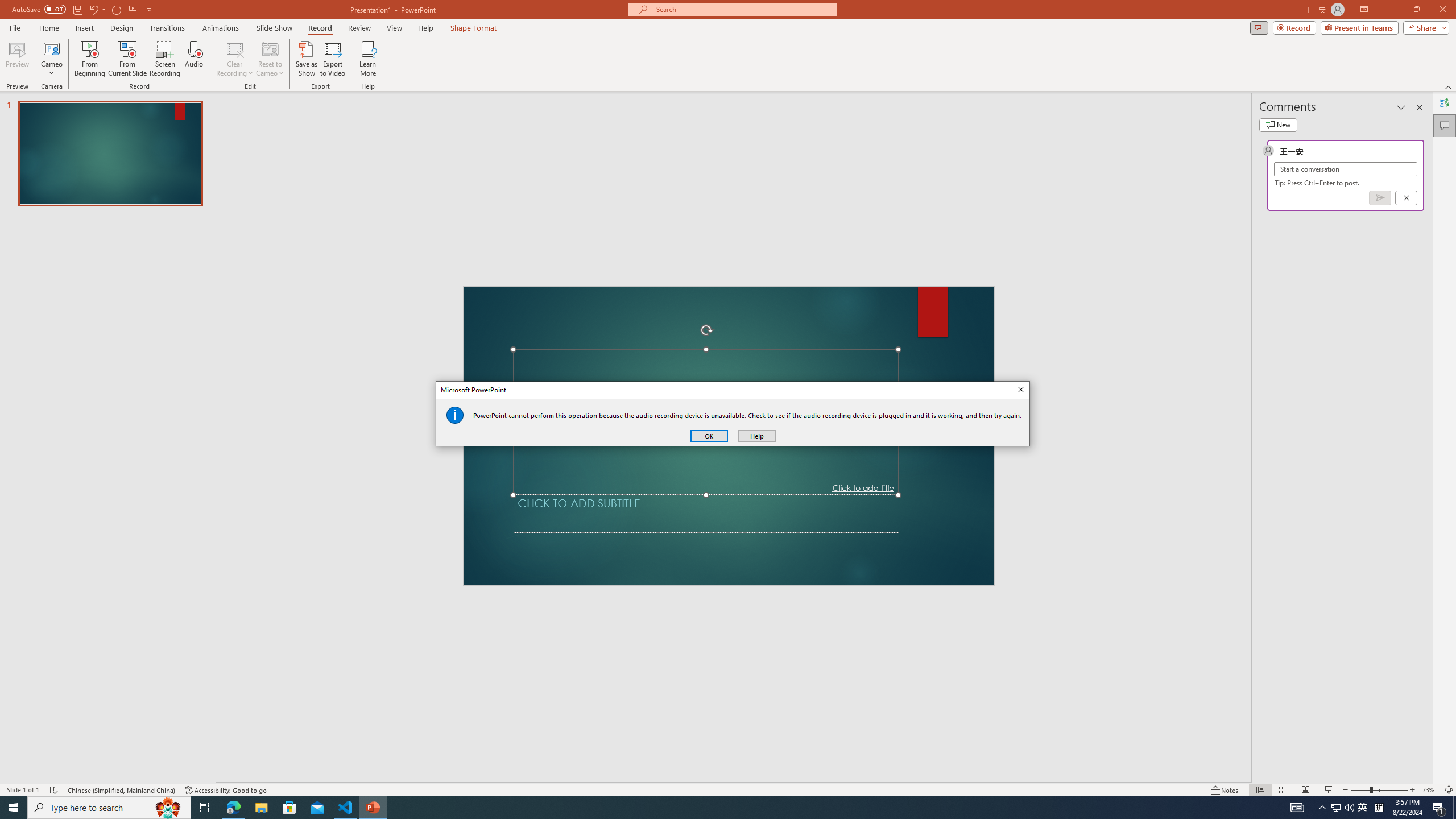 The width and height of the screenshot is (1456, 819). What do you see at coordinates (54, 790) in the screenshot?
I see `'Spell Check No Errors'` at bounding box center [54, 790].